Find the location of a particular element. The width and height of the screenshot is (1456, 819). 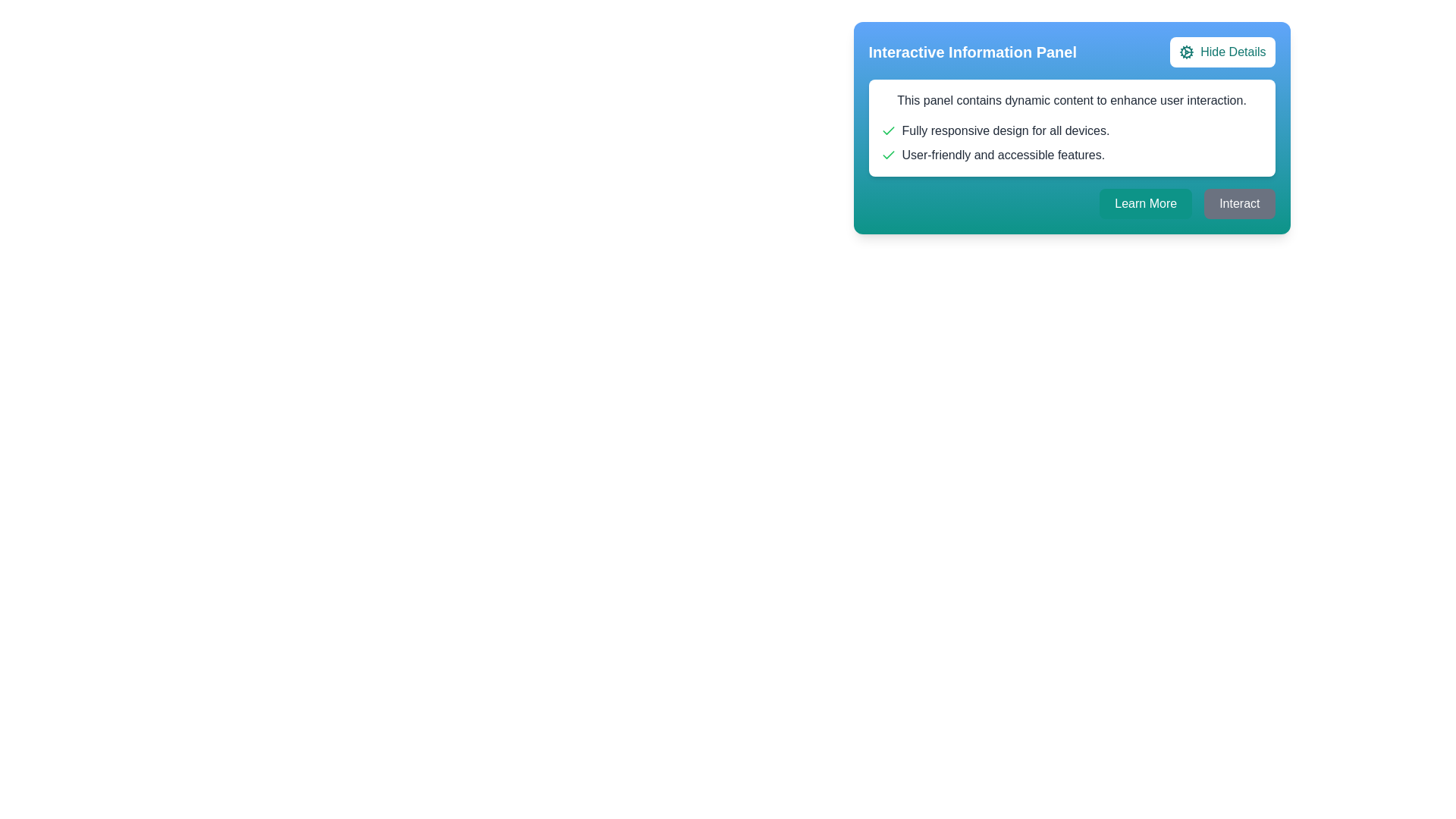

the 'Learn More' button with rounded corners and a teal background is located at coordinates (1146, 203).